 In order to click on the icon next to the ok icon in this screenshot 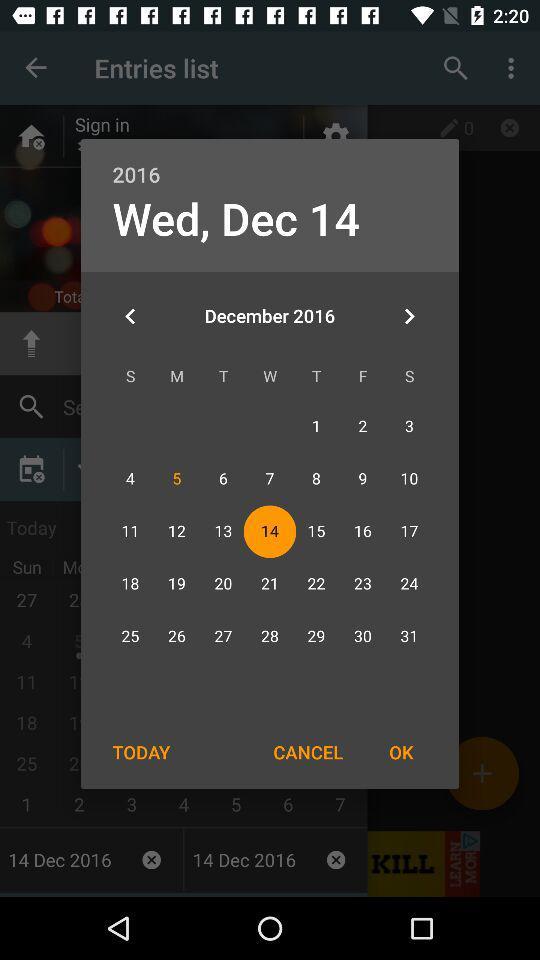, I will do `click(308, 751)`.